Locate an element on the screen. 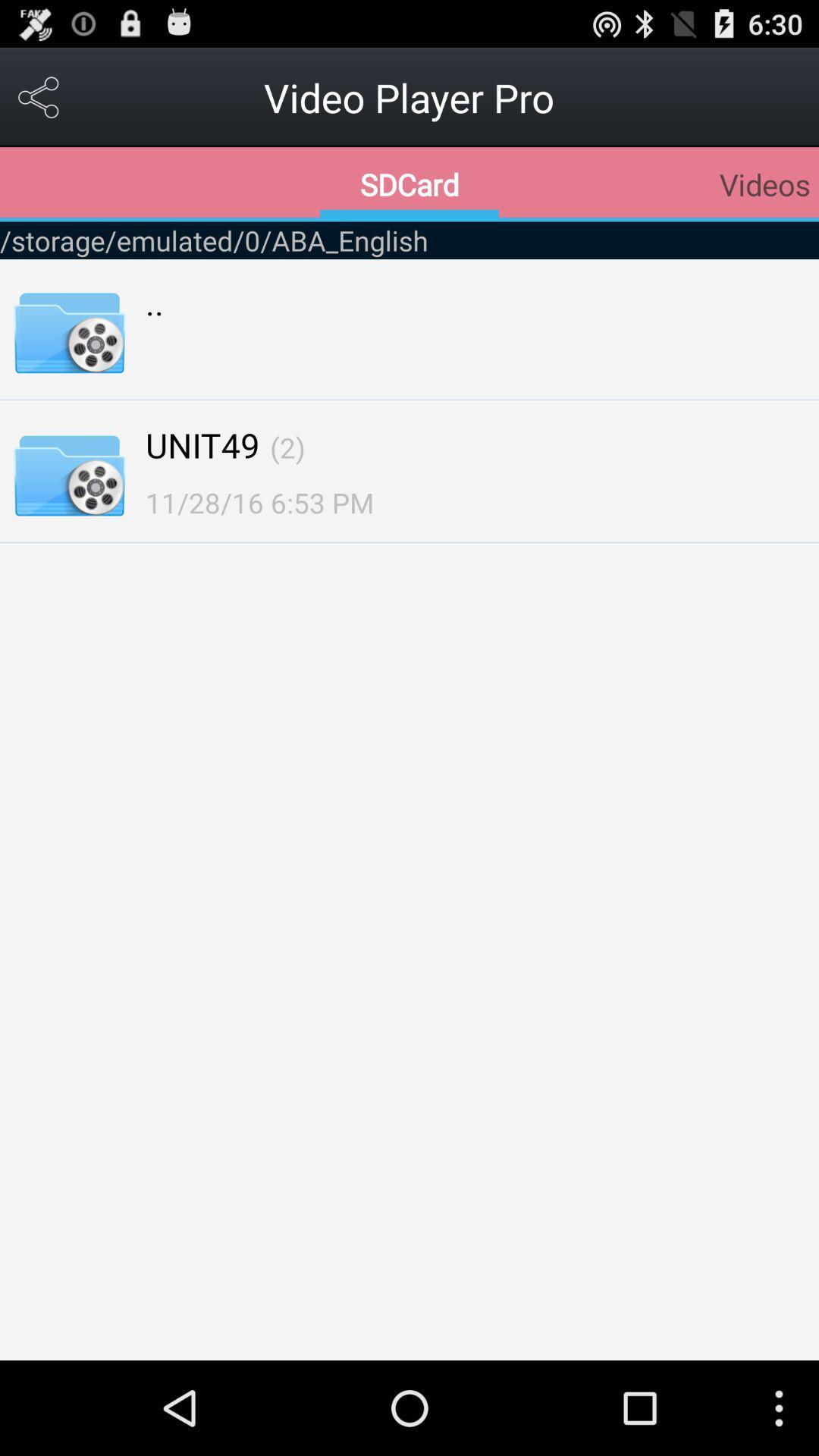 This screenshot has height=1456, width=819. option menu is located at coordinates (39, 96).